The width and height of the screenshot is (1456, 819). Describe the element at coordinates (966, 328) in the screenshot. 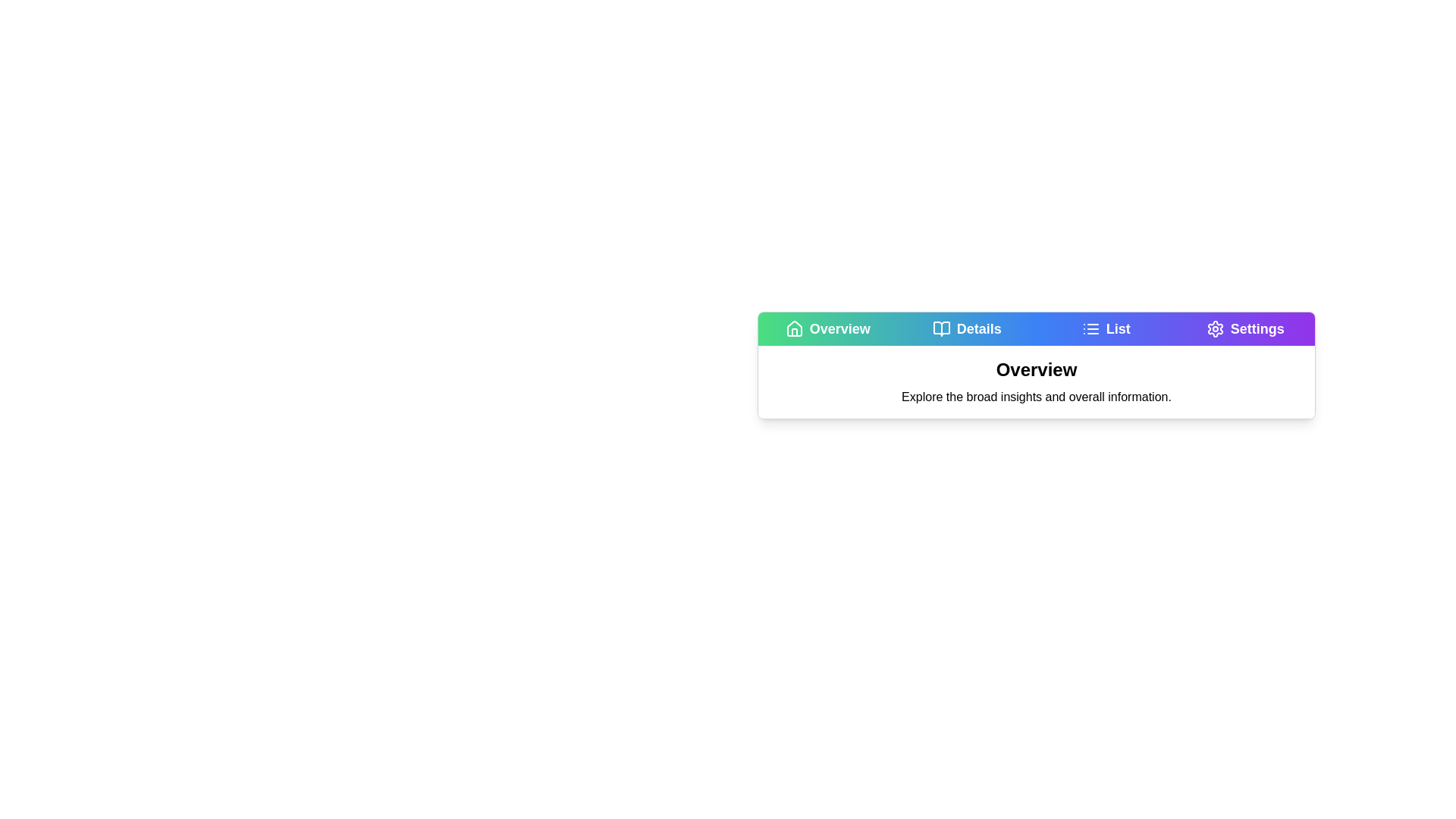

I see `the navigation button labeled 'Details' located in the top navigation bar, positioned second from the left` at that location.